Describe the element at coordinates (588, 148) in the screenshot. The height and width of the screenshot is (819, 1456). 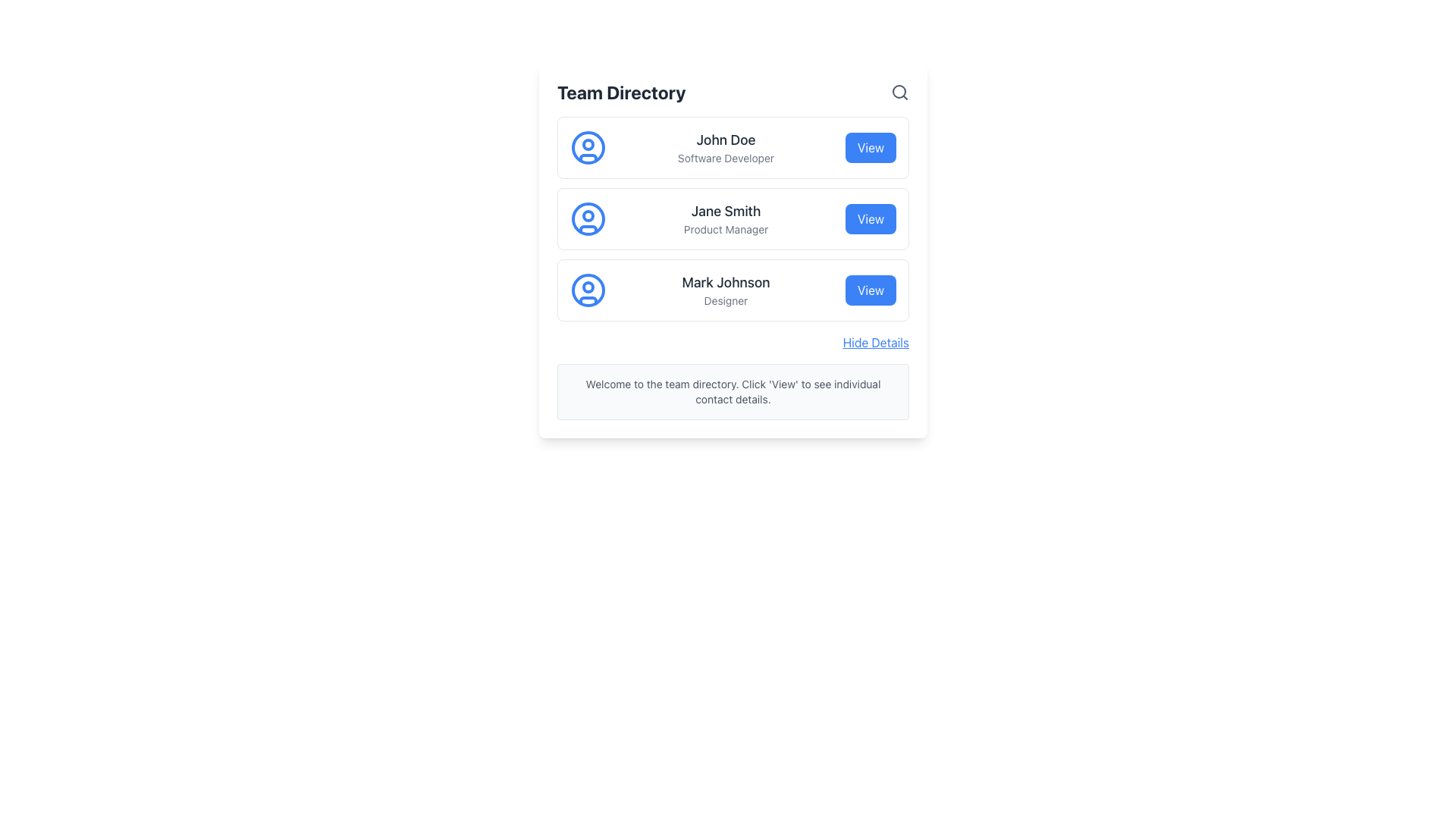
I see `the user's avatar icon, which is a circular icon with a blue outline located at the top-left corner of the first row in the team directory list, adjacent to the text 'John Doe'` at that location.